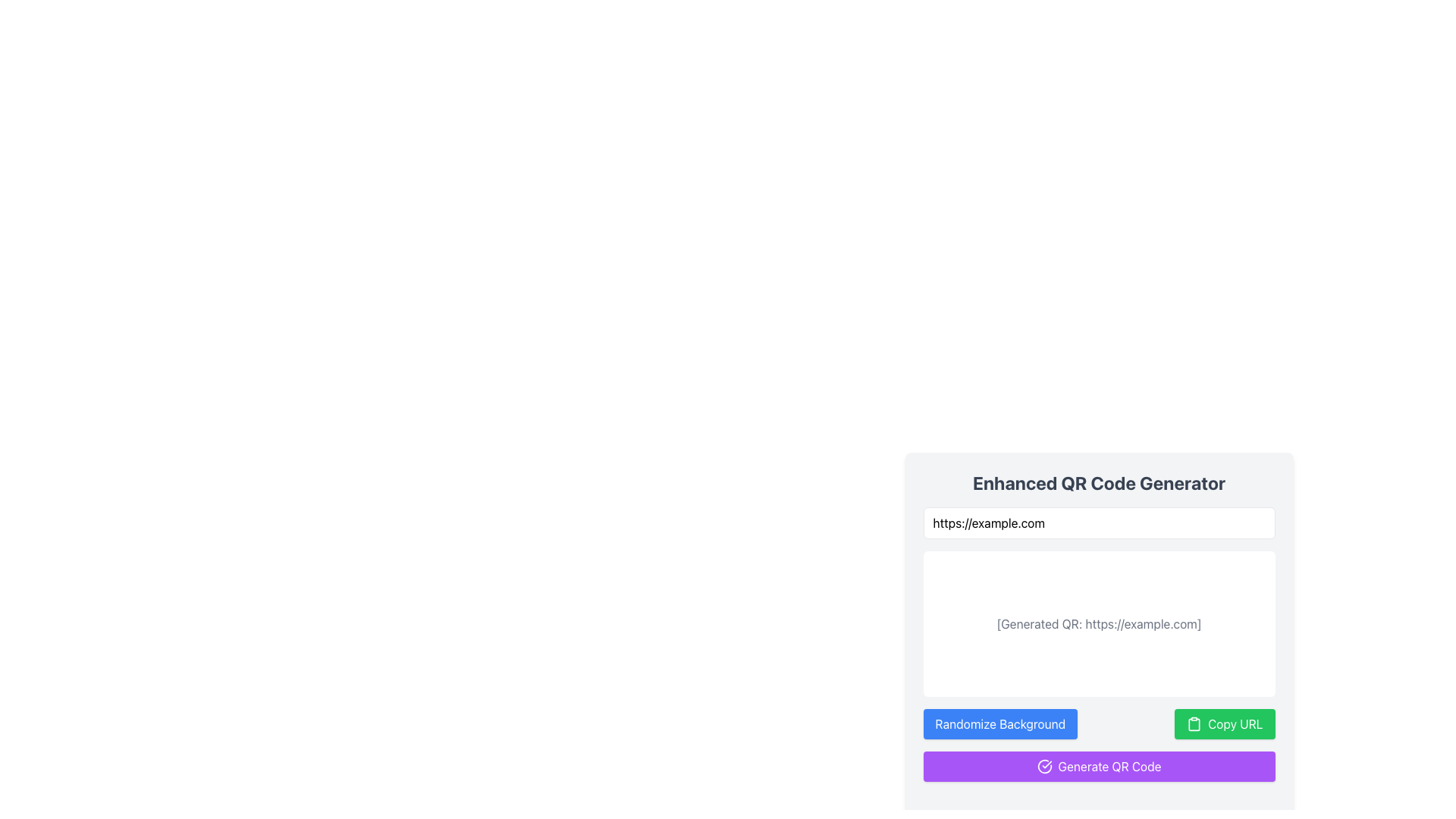 The height and width of the screenshot is (819, 1456). I want to click on the green 'Copy URL' button with a clipboard icon to copy the URL, so click(1225, 723).